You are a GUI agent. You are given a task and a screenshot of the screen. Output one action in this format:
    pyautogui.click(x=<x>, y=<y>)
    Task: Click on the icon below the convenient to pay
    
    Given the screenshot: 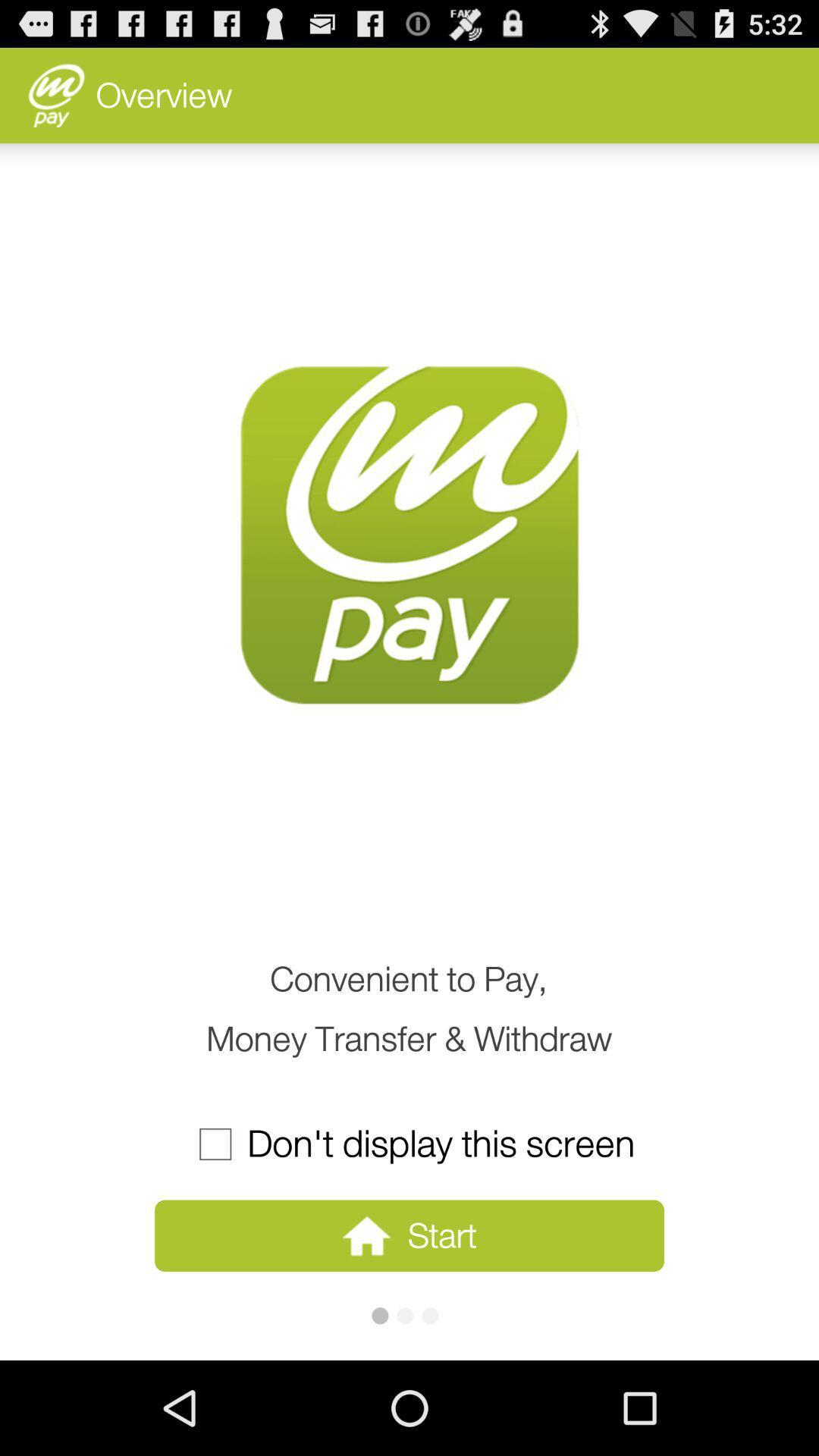 What is the action you would take?
    pyautogui.click(x=408, y=1144)
    